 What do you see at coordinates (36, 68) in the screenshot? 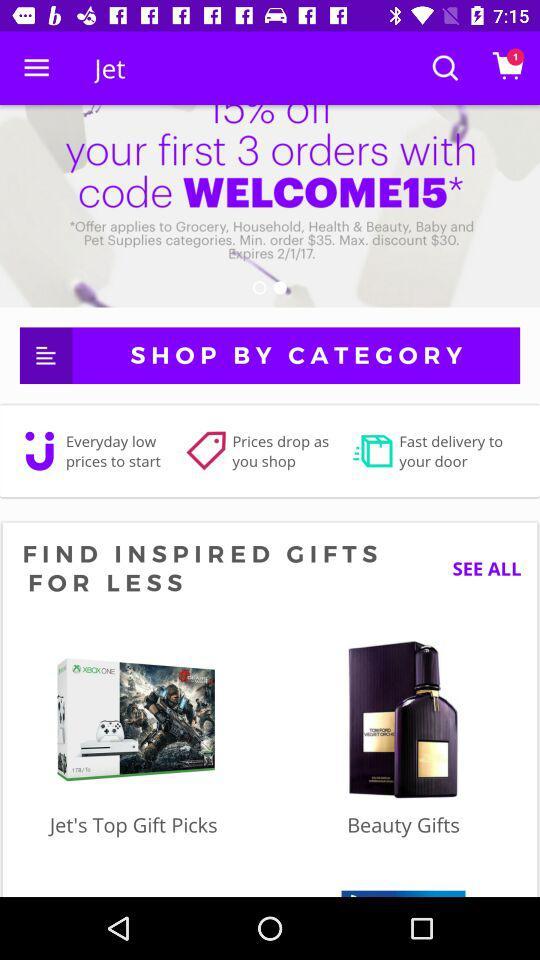
I see `the icon to the left of the jet icon` at bounding box center [36, 68].